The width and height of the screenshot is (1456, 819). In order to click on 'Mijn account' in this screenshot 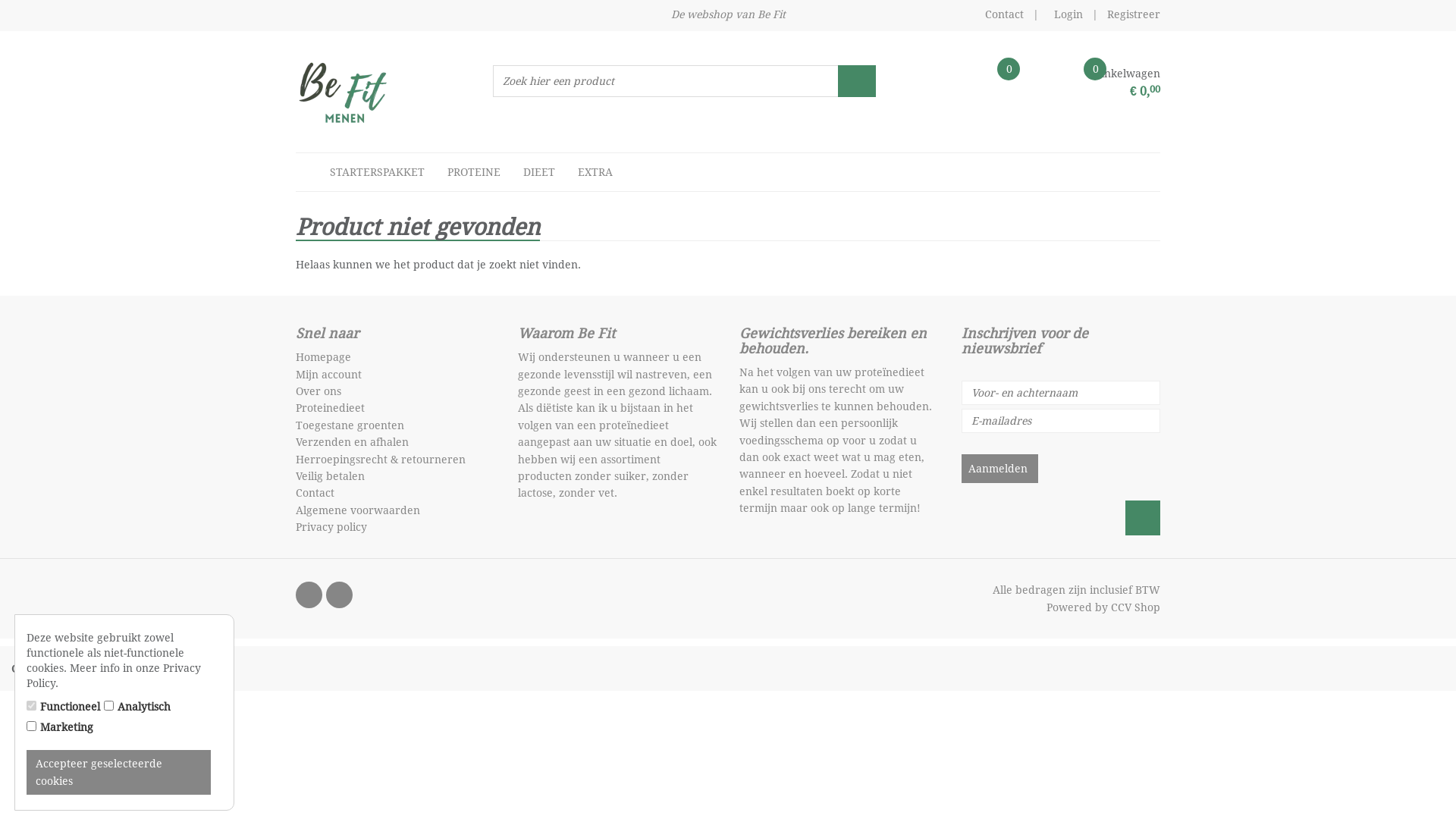, I will do `click(328, 374)`.